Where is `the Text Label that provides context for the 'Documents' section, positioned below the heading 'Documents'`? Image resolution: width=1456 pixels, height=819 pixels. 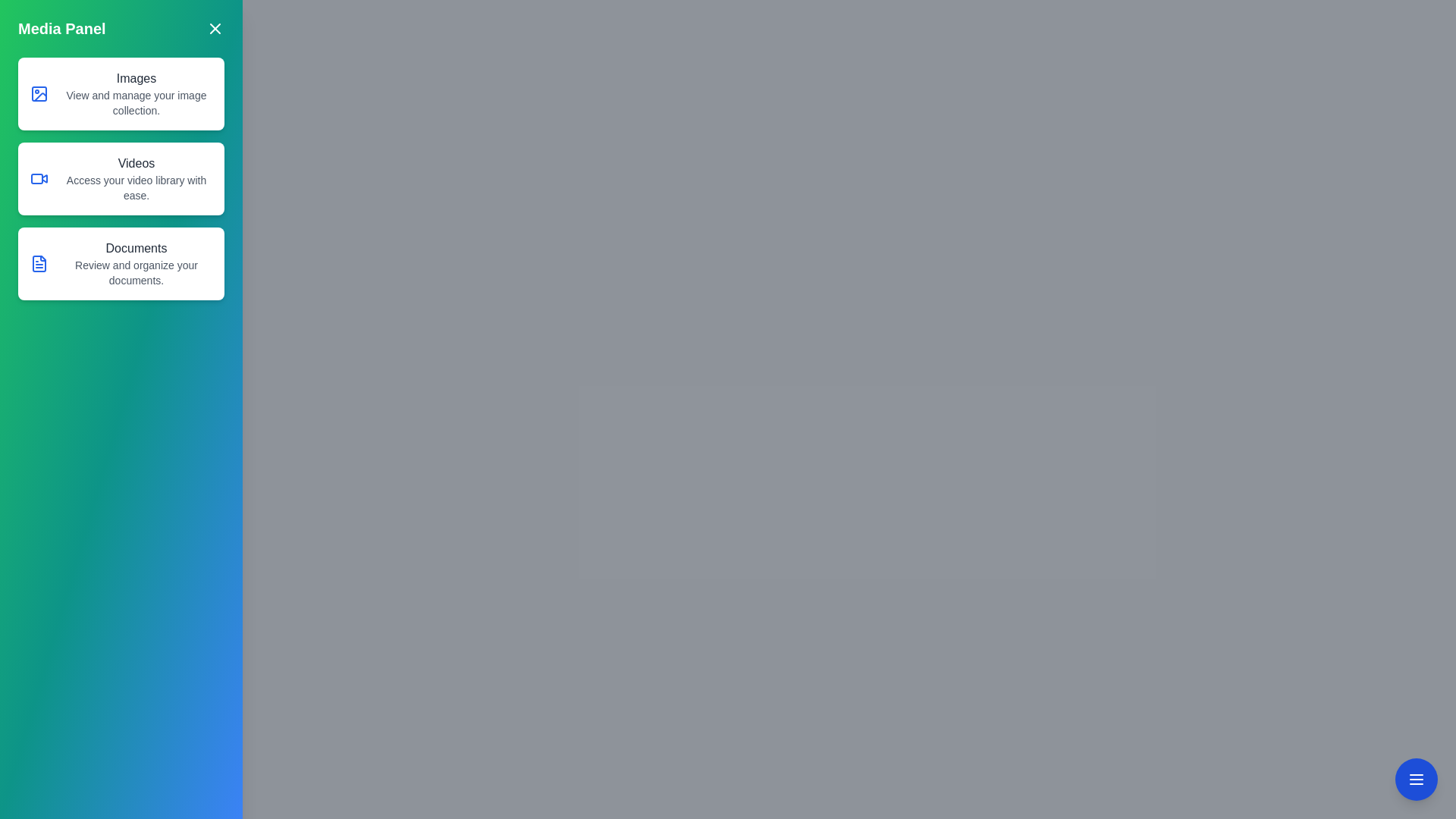
the Text Label that provides context for the 'Documents' section, positioned below the heading 'Documents' is located at coordinates (136, 271).